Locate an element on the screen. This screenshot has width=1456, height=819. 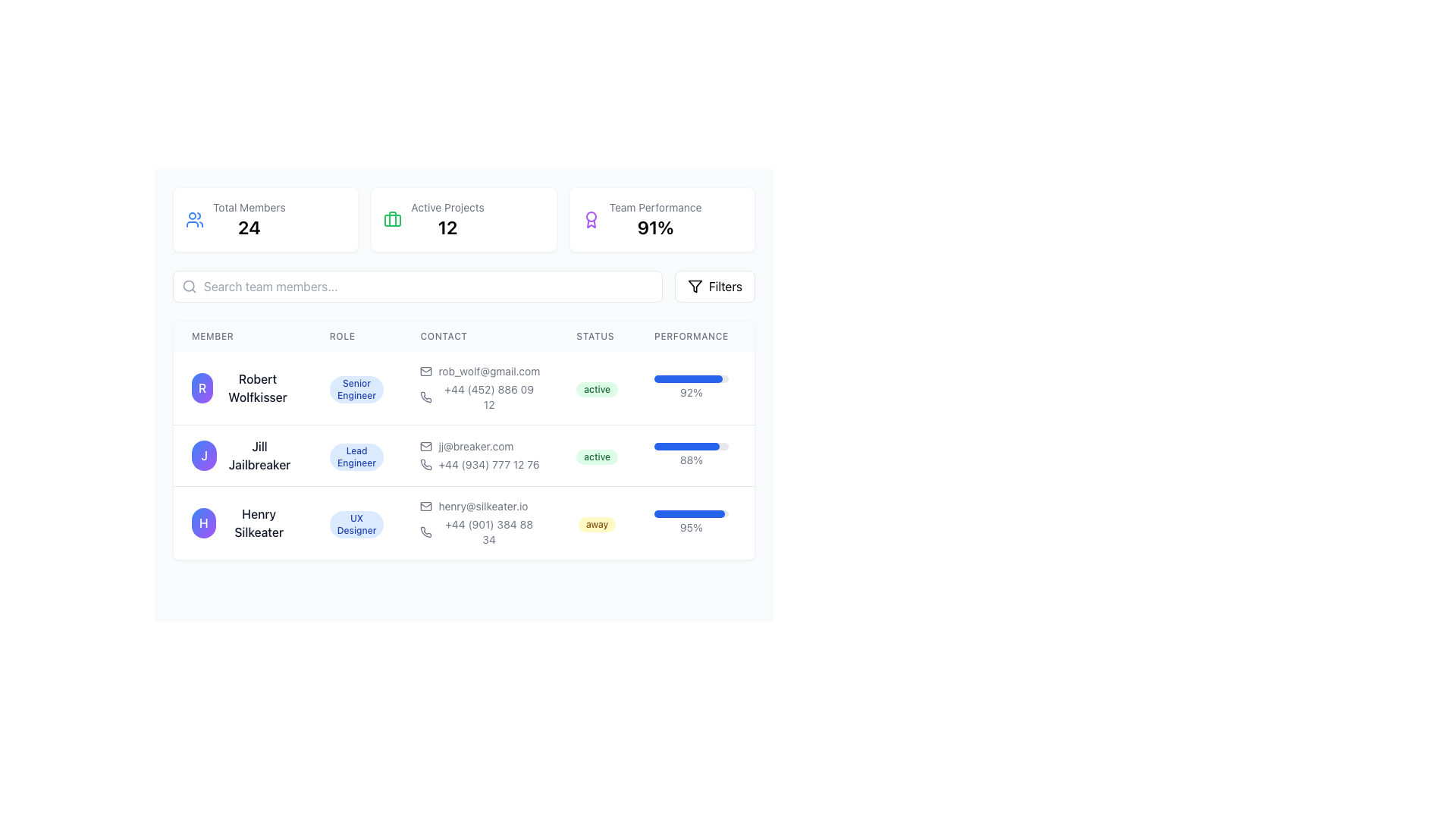
the text label displaying the performance score for 'Henry Silkeater', which is located in the 'Performance' column to the right of a blue progress bar is located at coordinates (691, 526).